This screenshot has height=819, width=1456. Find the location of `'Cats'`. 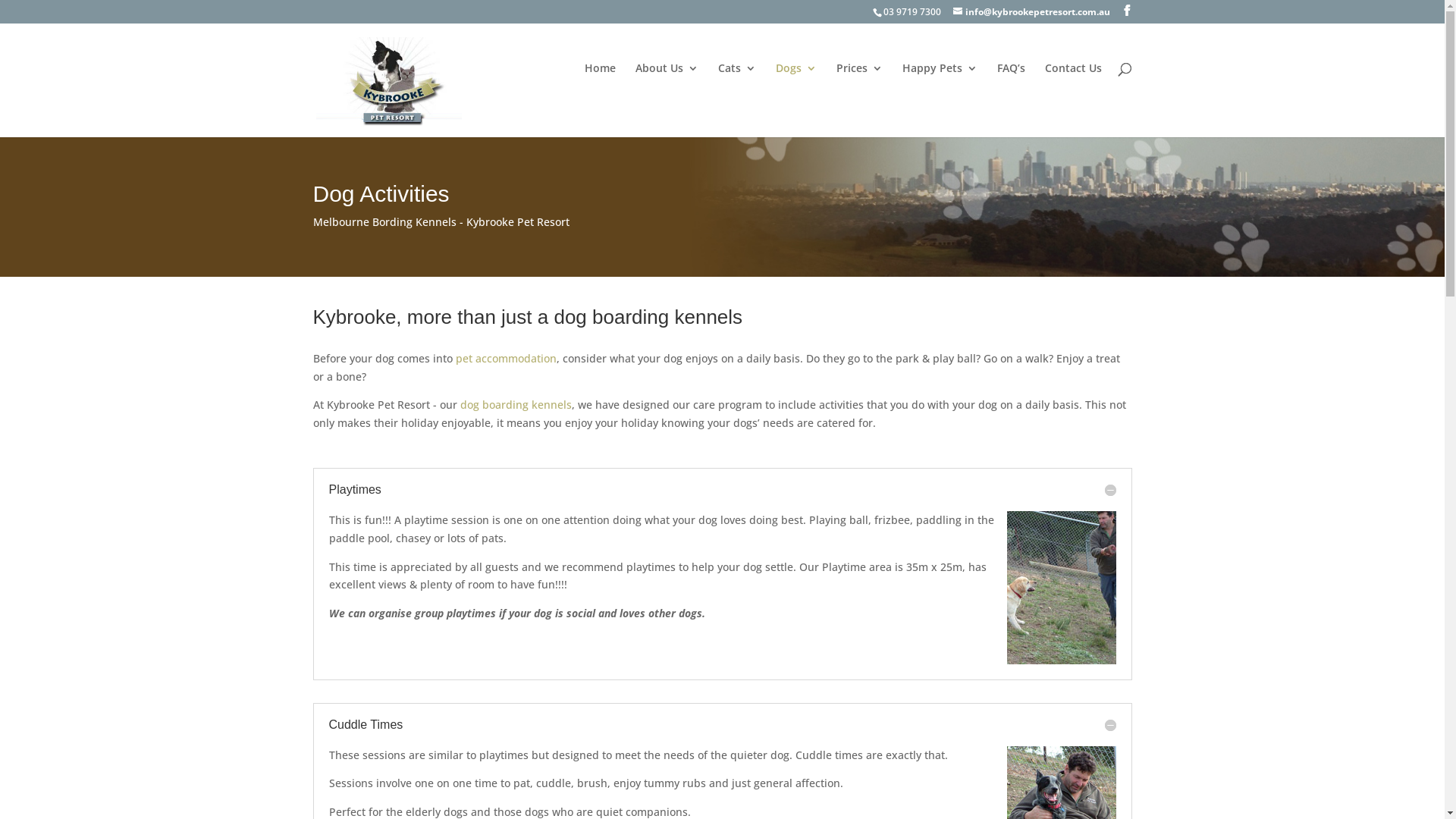

'Cats' is located at coordinates (736, 87).